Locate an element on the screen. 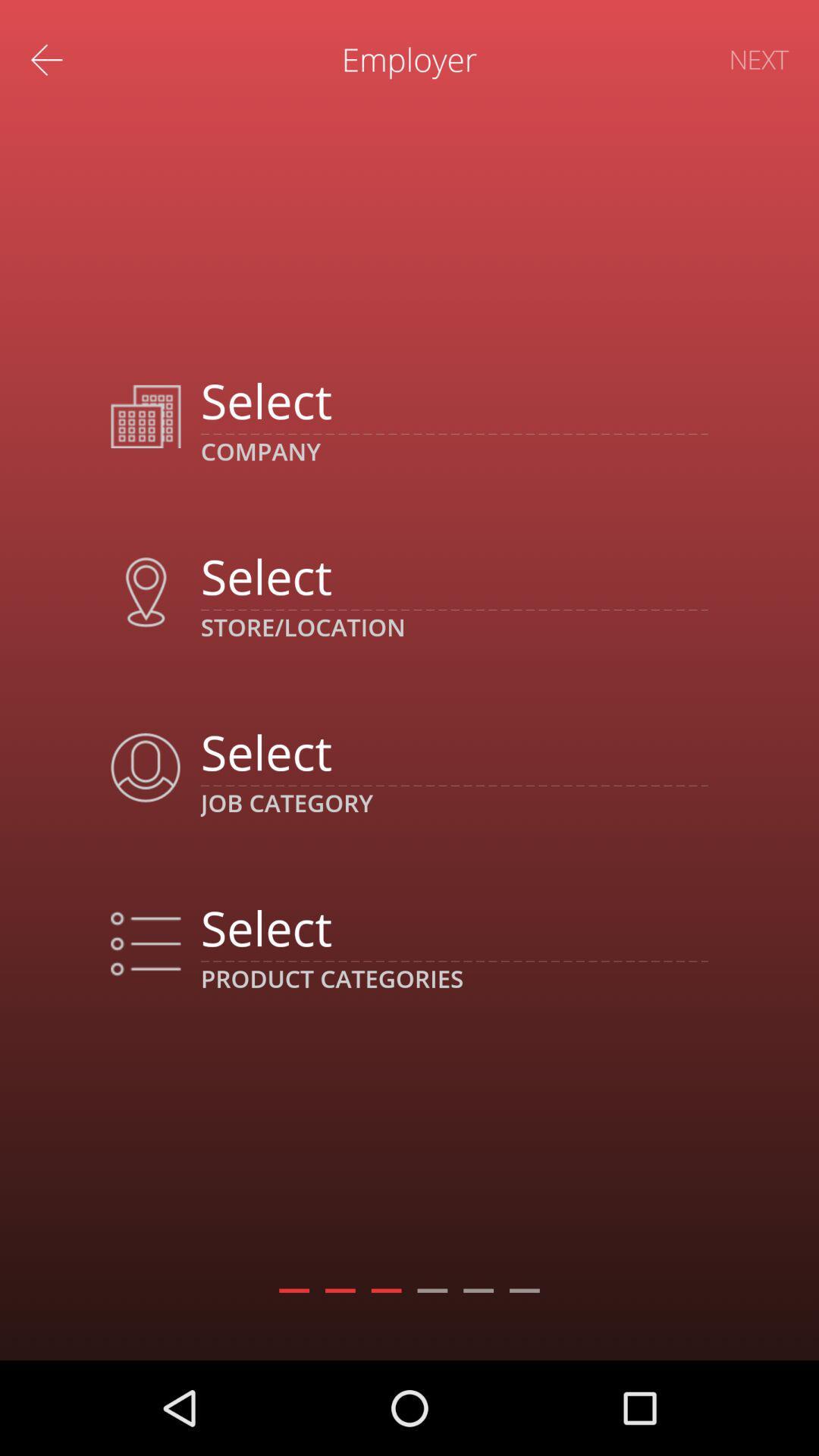 The width and height of the screenshot is (819, 1456). choose product categories is located at coordinates (453, 927).